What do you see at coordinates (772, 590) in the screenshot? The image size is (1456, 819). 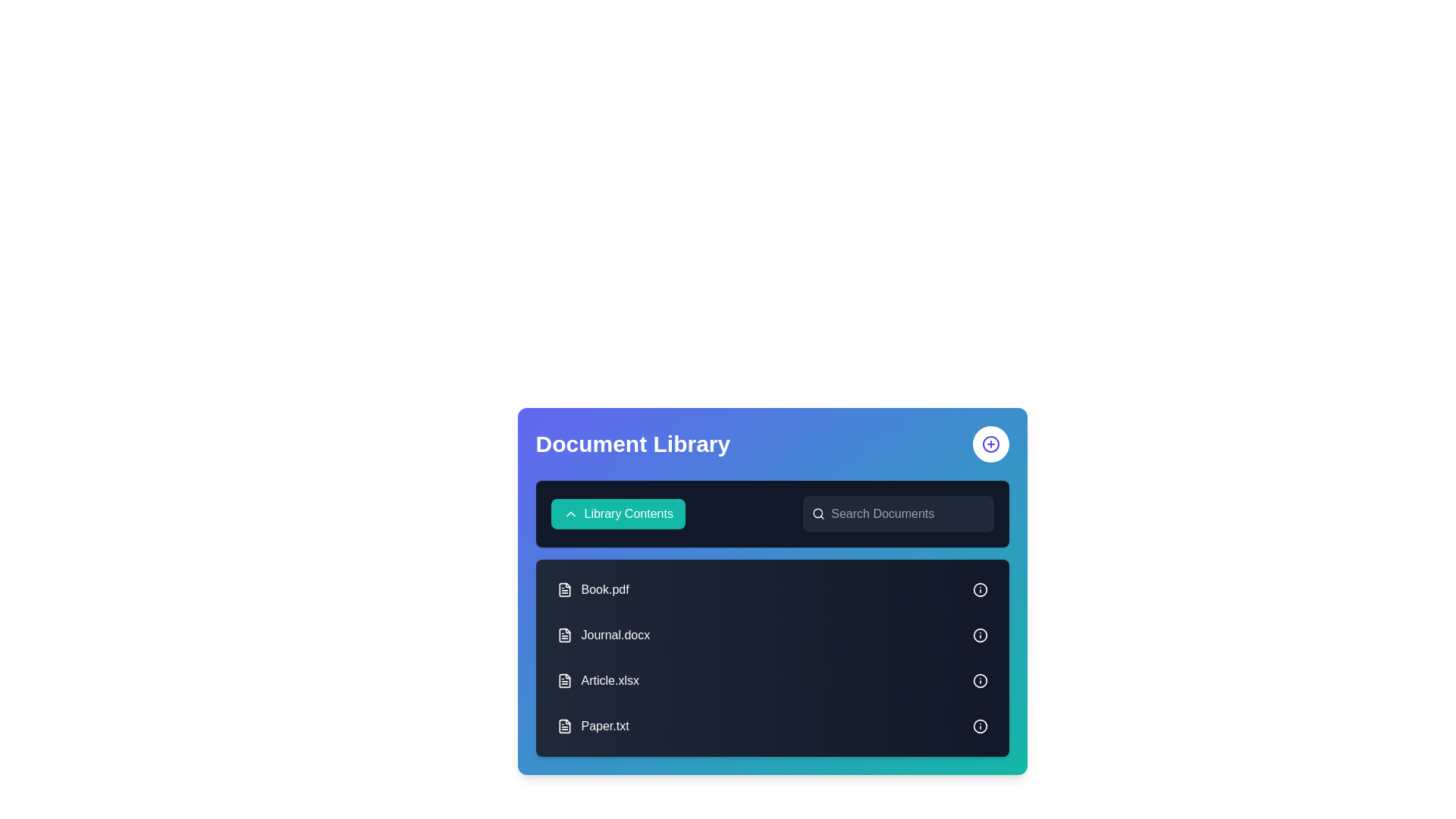 I see `the search bar in the 'Document Library' component, which has a gradient background and contains various document entries` at bounding box center [772, 590].